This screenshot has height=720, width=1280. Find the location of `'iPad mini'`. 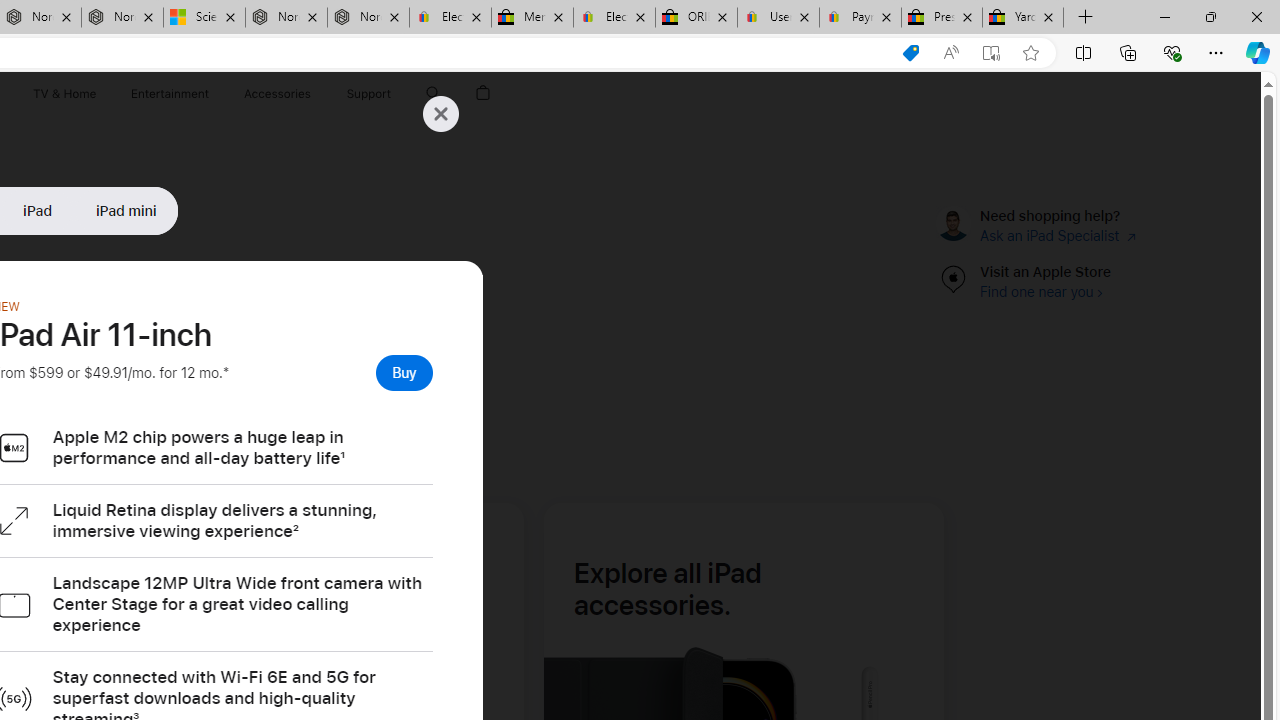

'iPad mini' is located at coordinates (125, 210).